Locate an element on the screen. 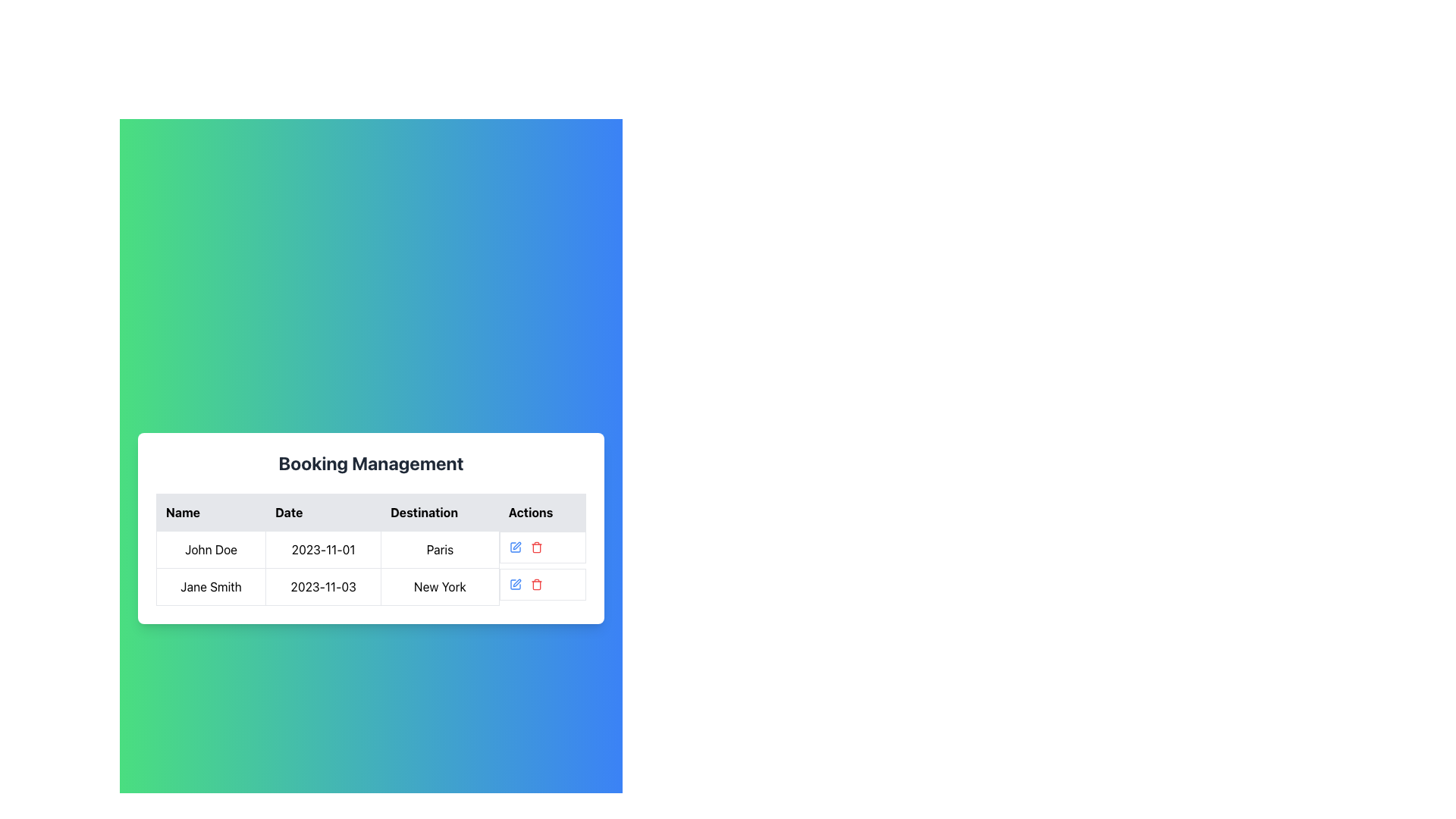  the text label displaying a person's name in the first row of the table under the 'Name' column is located at coordinates (210, 550).